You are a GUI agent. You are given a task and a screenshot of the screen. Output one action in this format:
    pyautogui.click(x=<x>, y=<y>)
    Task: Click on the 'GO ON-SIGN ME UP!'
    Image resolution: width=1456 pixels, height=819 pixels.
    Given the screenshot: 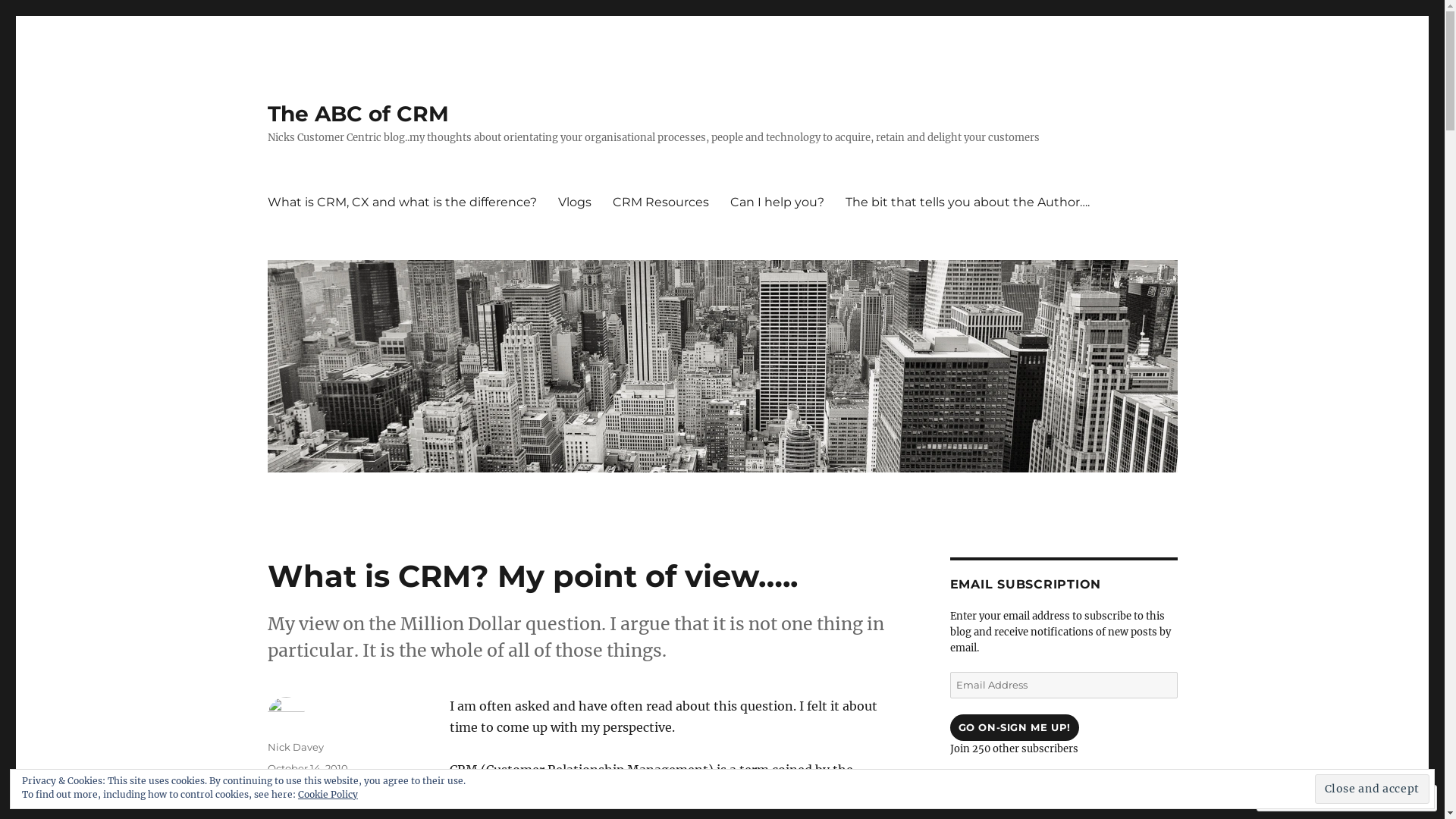 What is the action you would take?
    pyautogui.click(x=949, y=726)
    